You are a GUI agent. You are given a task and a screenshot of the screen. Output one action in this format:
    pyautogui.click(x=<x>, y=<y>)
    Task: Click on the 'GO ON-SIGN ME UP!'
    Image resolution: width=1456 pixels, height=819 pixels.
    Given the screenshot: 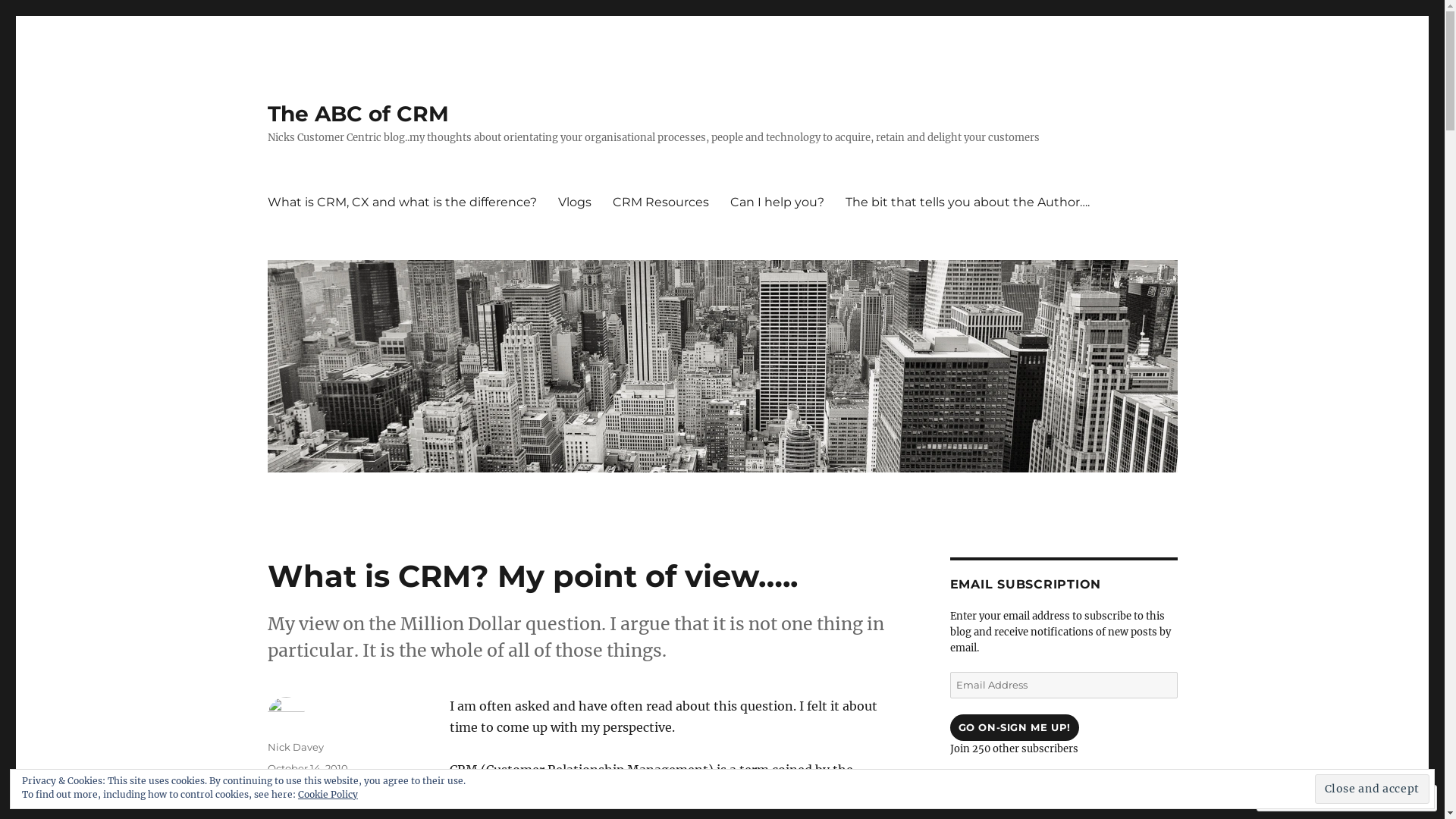 What is the action you would take?
    pyautogui.click(x=949, y=726)
    